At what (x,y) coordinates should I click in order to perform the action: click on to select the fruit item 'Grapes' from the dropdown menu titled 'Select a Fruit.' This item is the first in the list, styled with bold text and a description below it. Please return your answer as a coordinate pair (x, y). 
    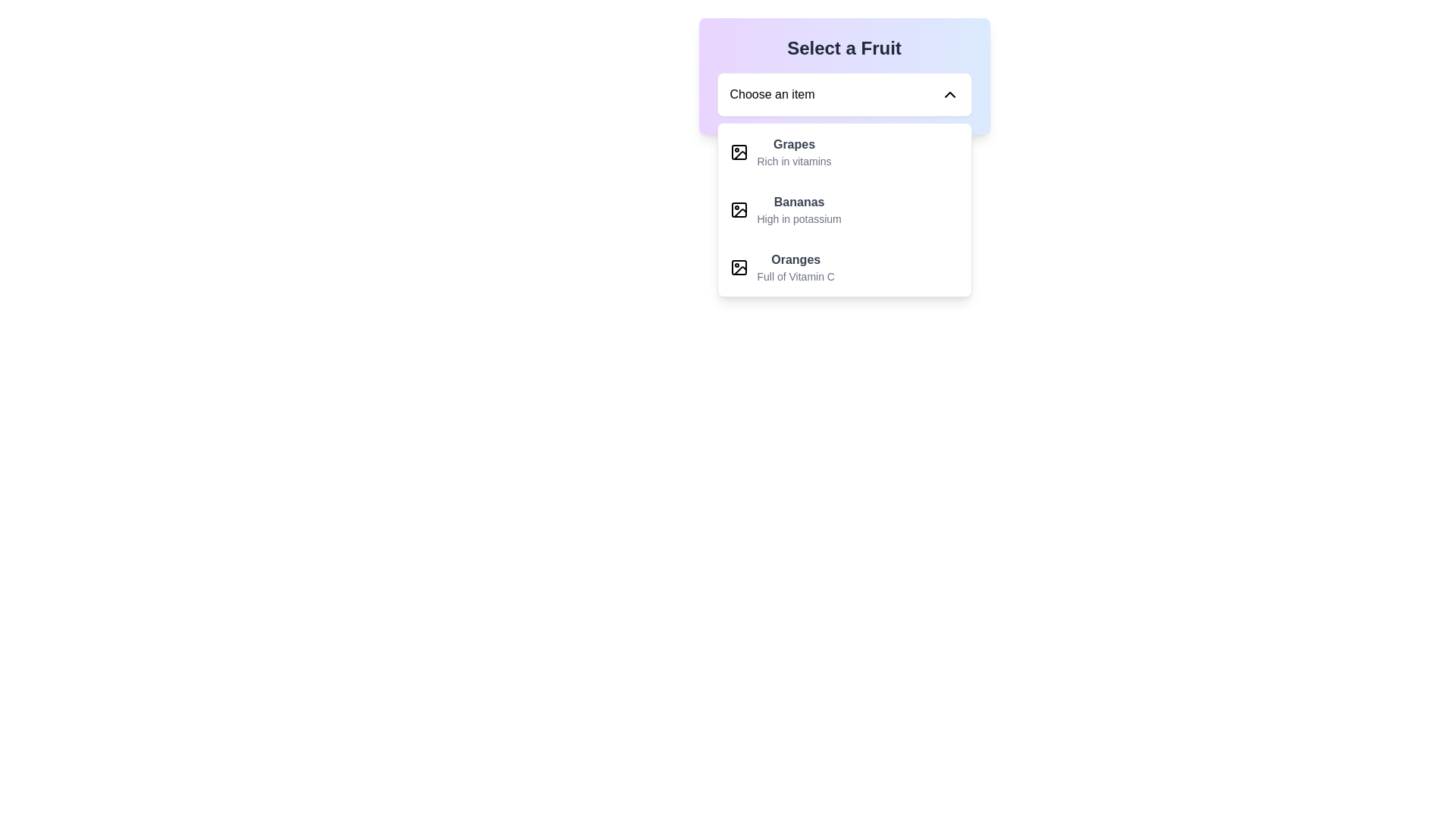
    Looking at the image, I should click on (793, 152).